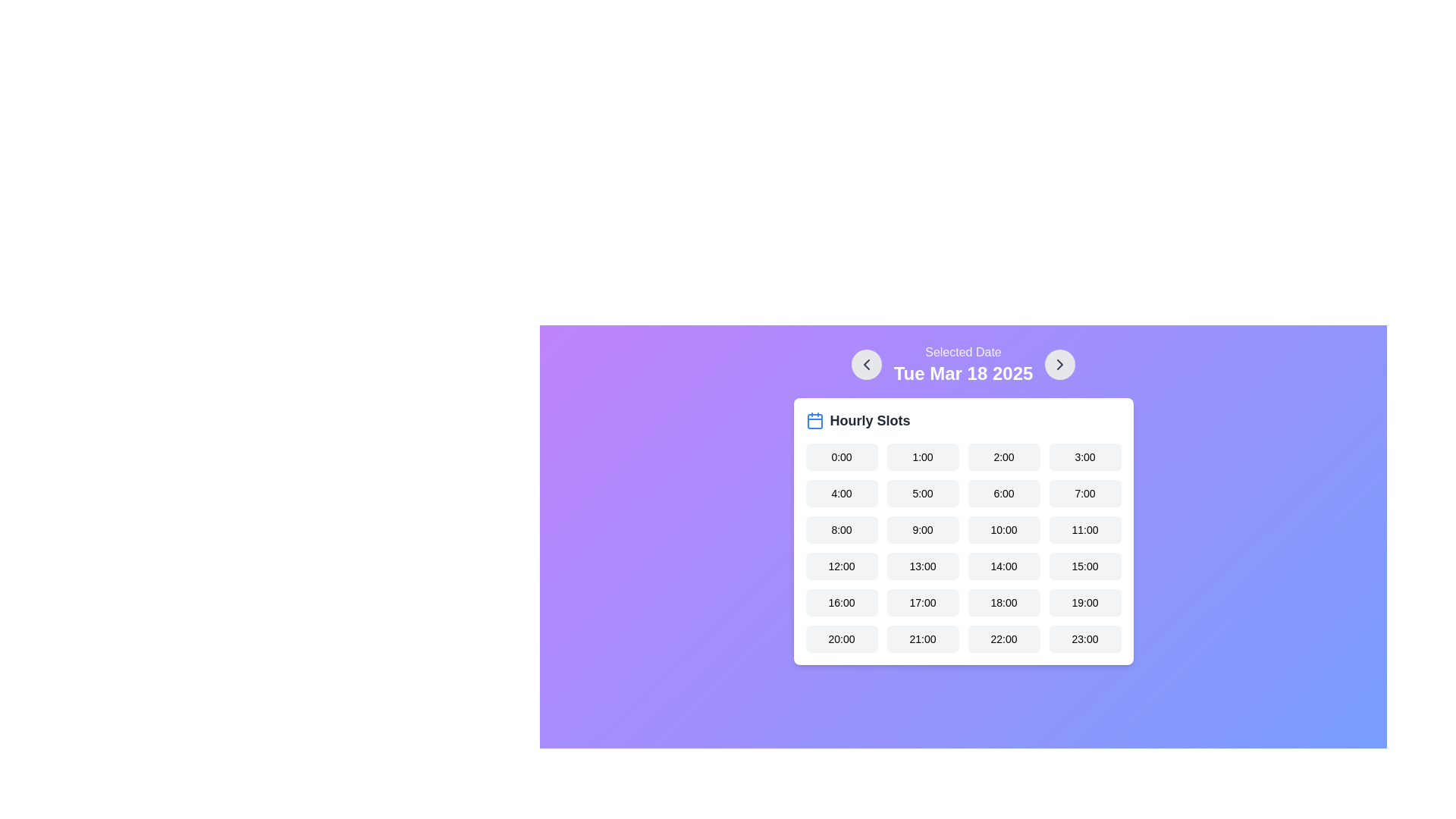 The height and width of the screenshot is (819, 1456). What do you see at coordinates (1084, 601) in the screenshot?
I see `the button that allows users to select the 19:00 time slot by navigating with the keyboard` at bounding box center [1084, 601].